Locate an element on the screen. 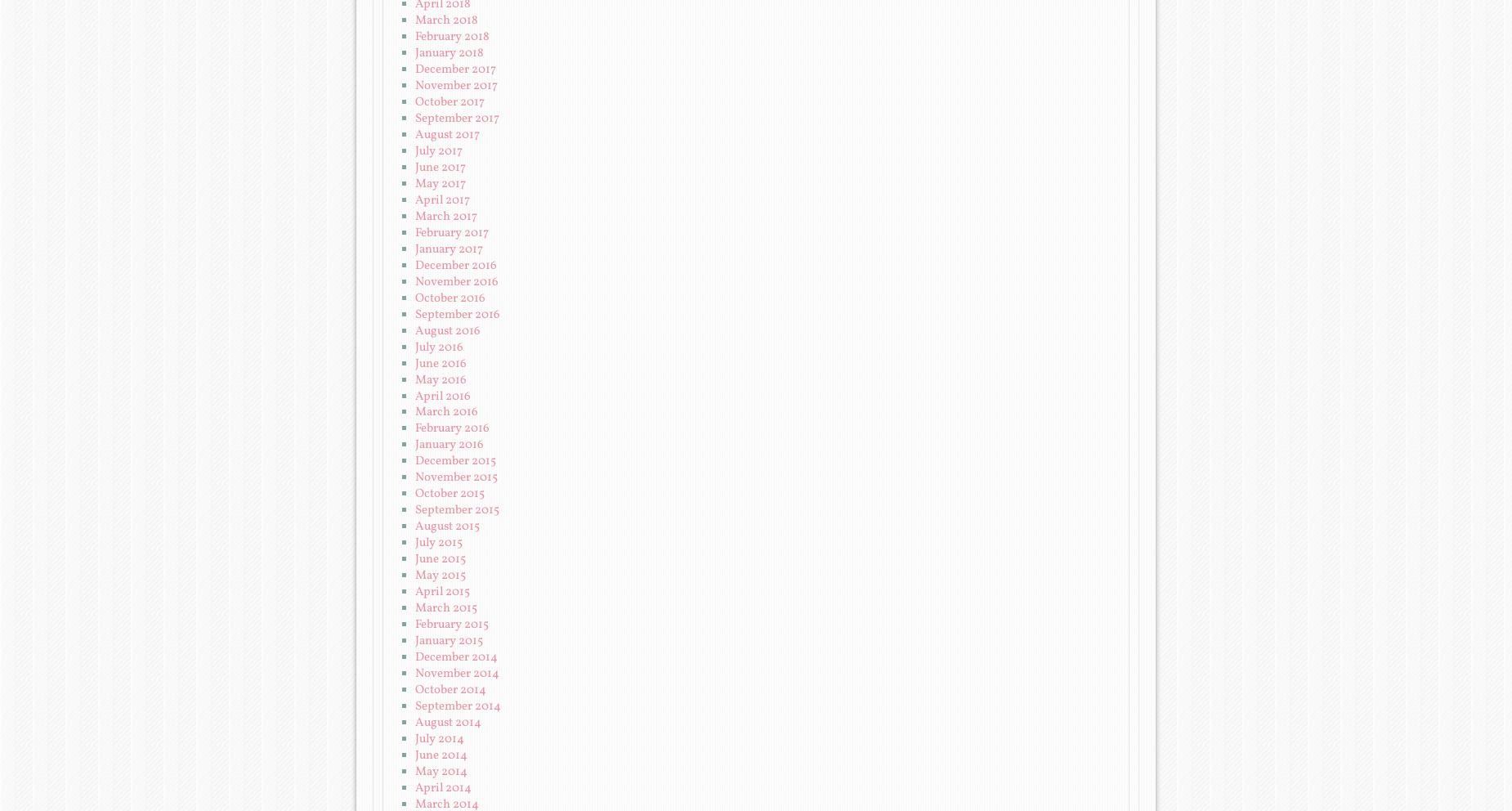 The width and height of the screenshot is (1512, 811). 'February 2017' is located at coordinates (451, 231).